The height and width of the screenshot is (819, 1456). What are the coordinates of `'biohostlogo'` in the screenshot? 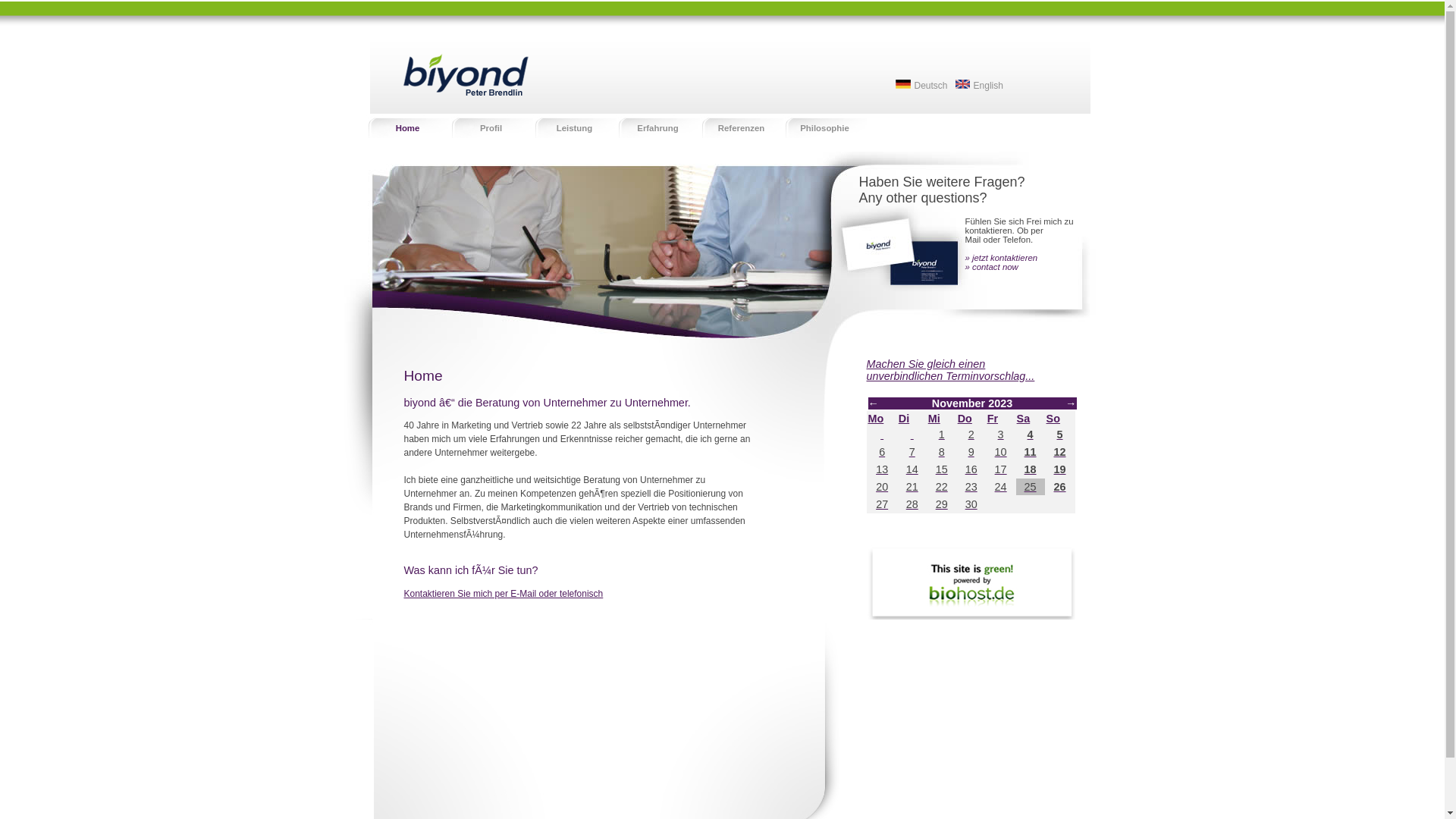 It's located at (969, 581).